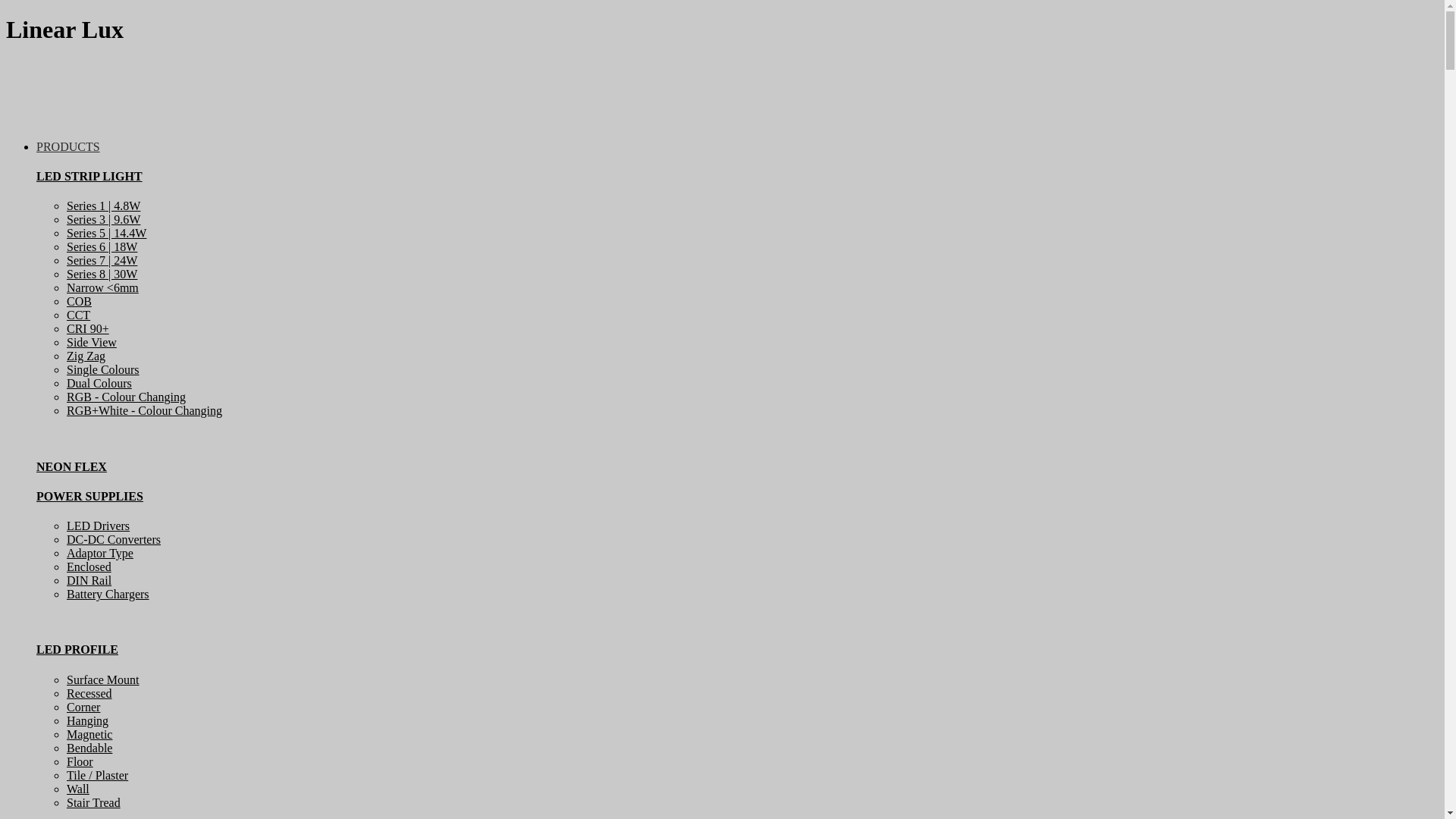 Image resolution: width=1456 pixels, height=819 pixels. What do you see at coordinates (65, 246) in the screenshot?
I see `'Series 6 | 18W'` at bounding box center [65, 246].